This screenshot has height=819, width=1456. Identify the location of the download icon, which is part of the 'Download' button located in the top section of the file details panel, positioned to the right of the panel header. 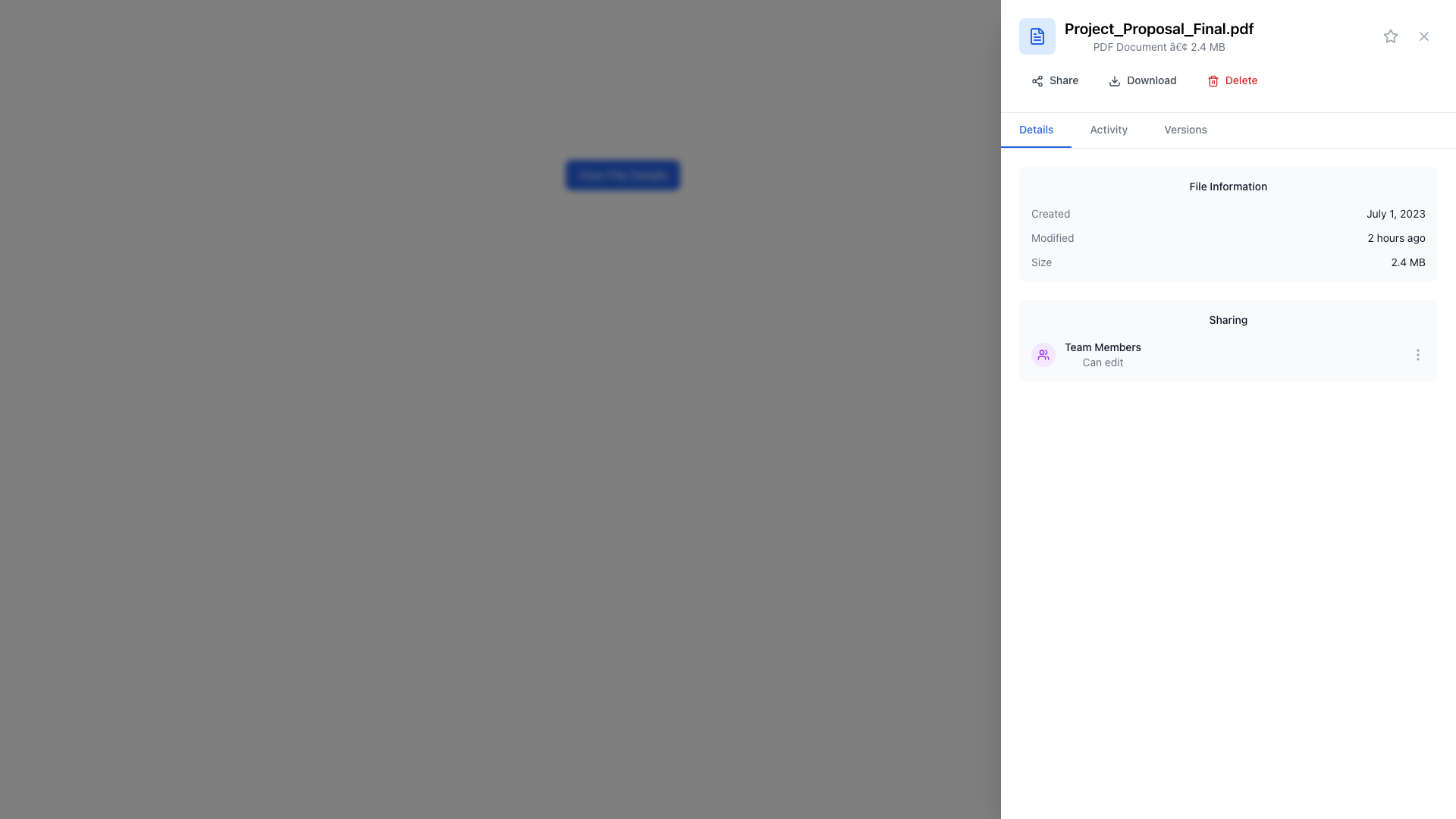
(1115, 81).